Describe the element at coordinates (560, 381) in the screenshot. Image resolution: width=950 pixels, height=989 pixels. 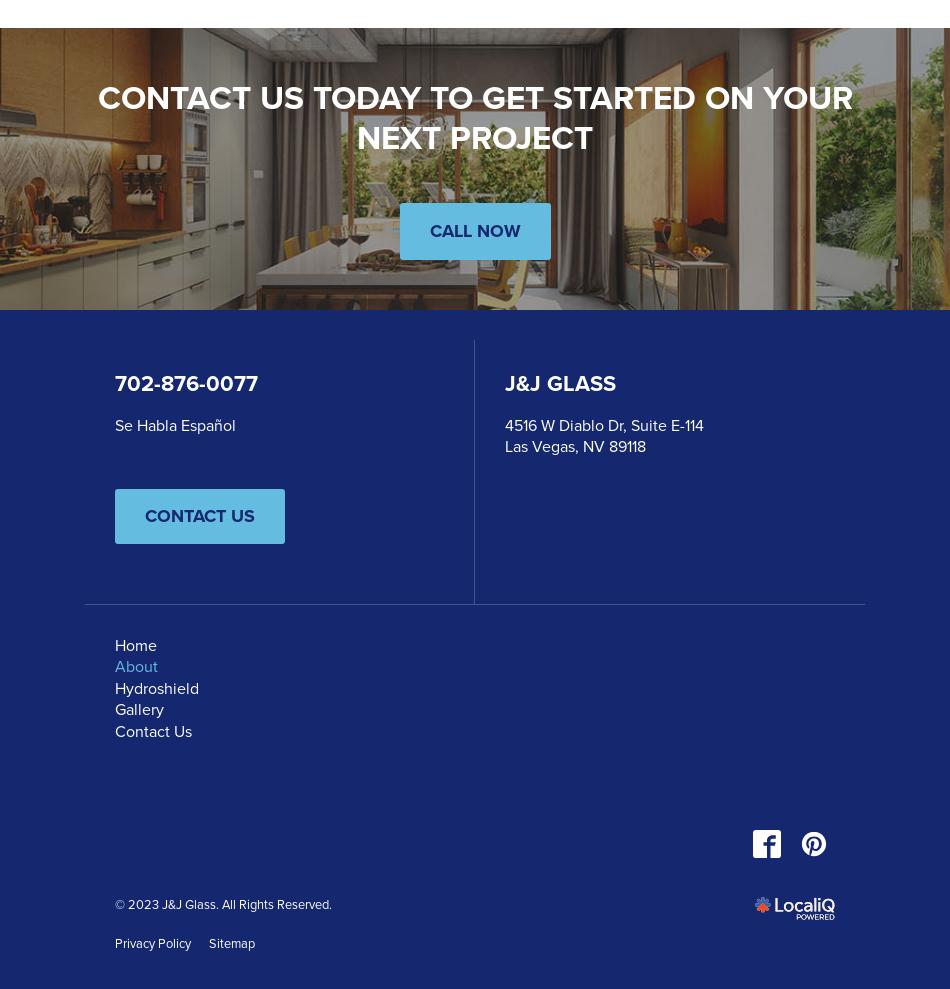
I see `'J&J Glass'` at that location.